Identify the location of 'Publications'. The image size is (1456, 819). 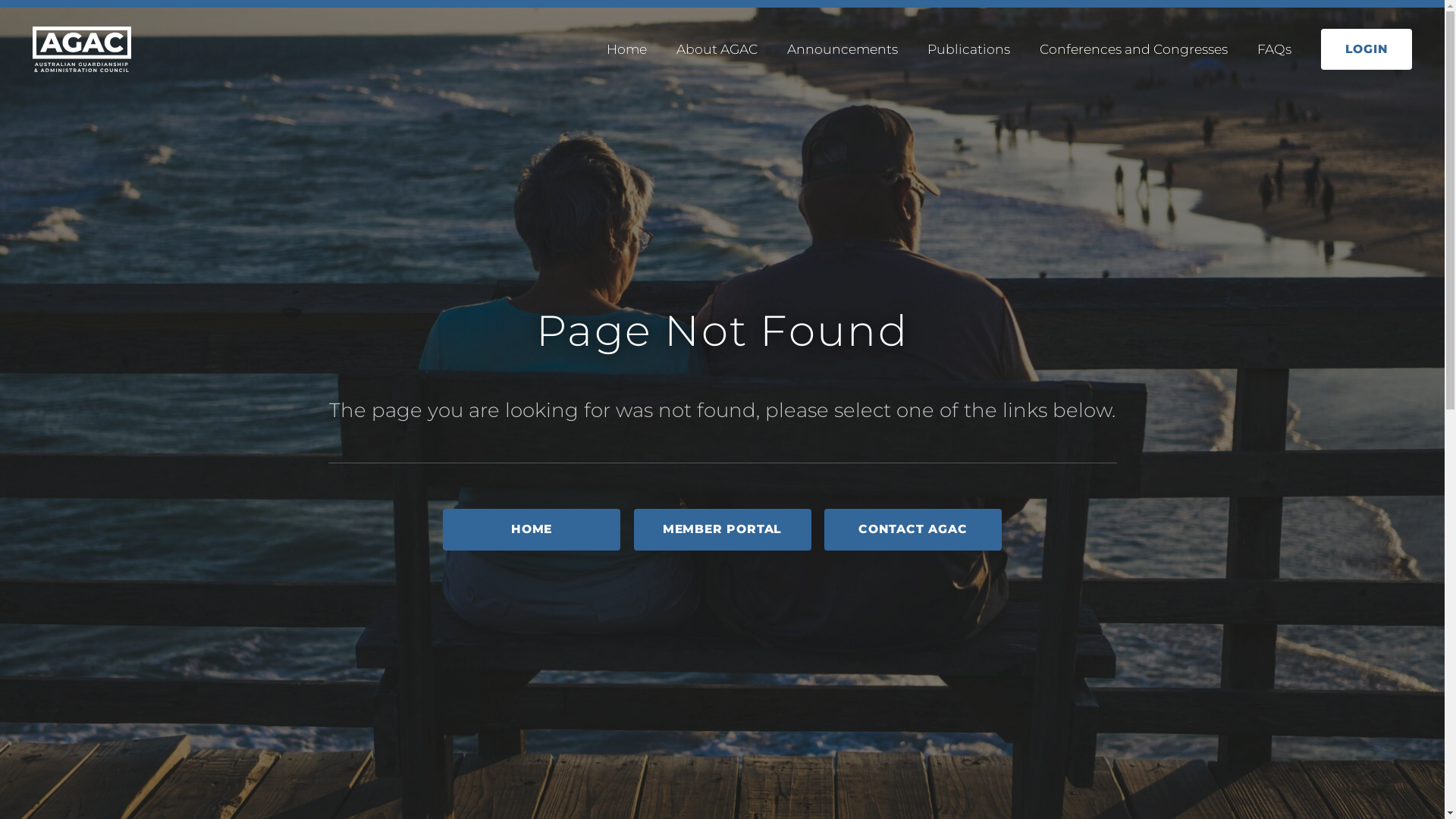
(968, 48).